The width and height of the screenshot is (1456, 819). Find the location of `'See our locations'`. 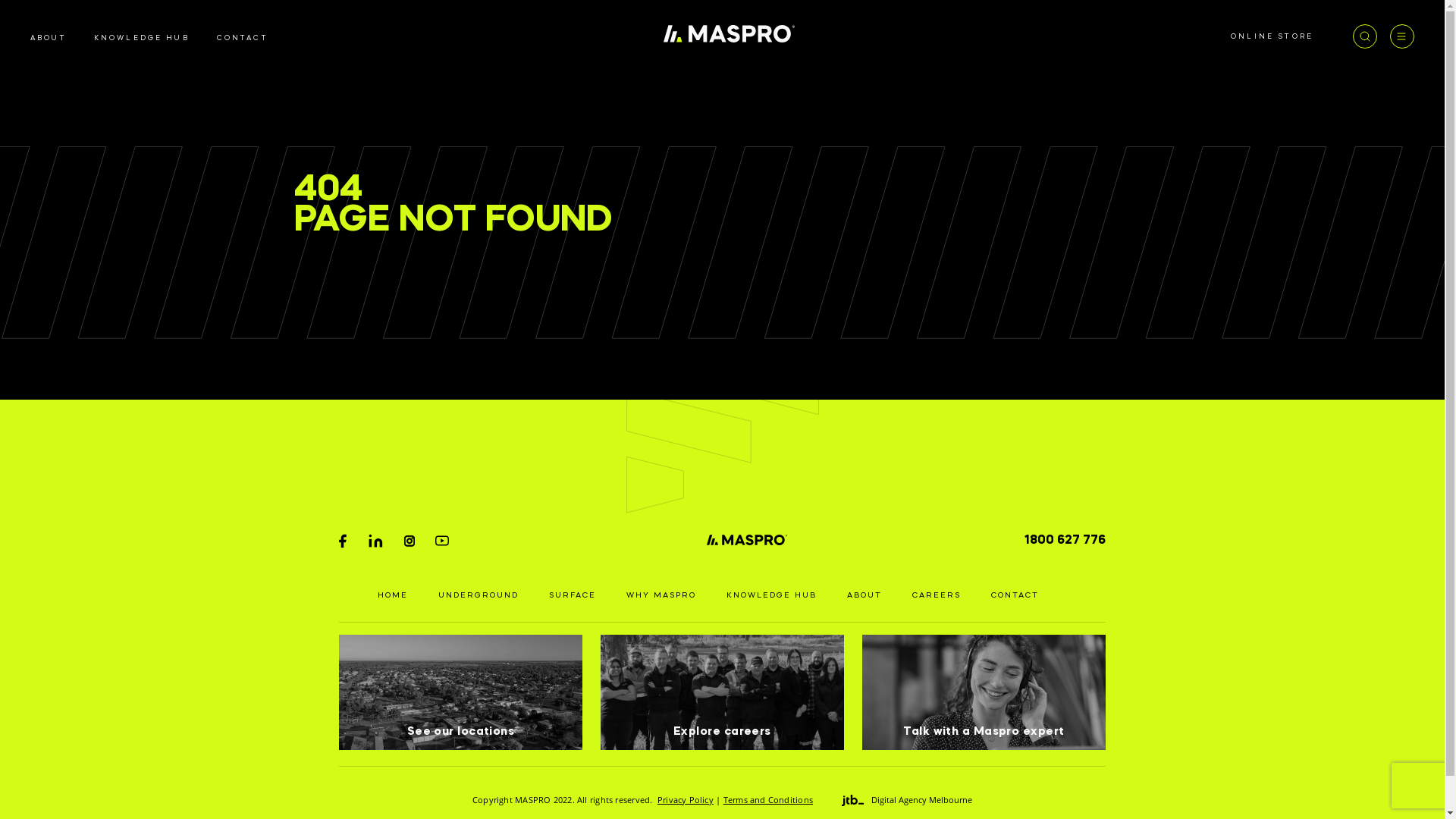

'See our locations' is located at coordinates (460, 692).